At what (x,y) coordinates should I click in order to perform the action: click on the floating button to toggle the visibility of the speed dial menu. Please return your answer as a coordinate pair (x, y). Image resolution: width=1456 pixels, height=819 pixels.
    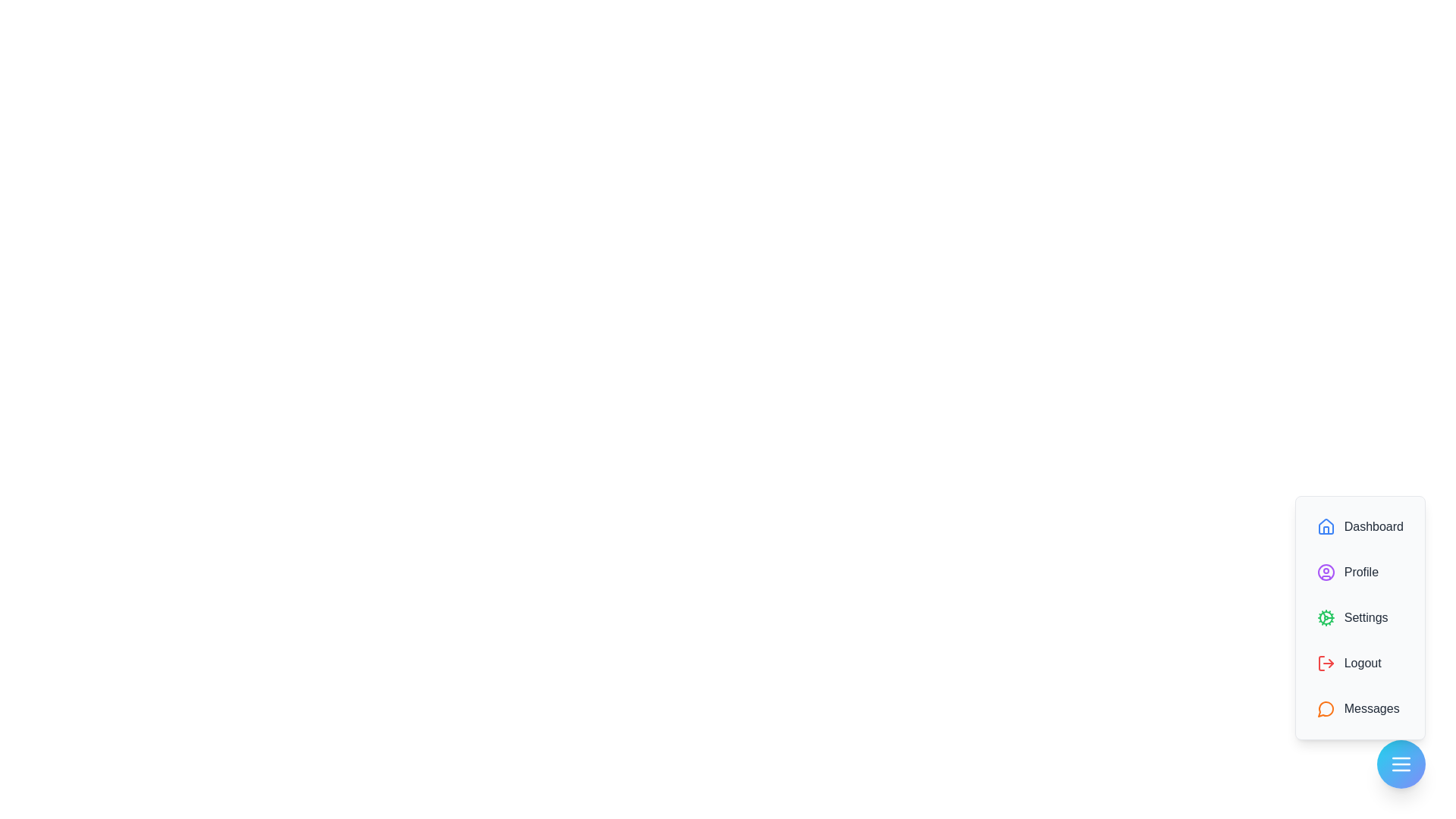
    Looking at the image, I should click on (1401, 764).